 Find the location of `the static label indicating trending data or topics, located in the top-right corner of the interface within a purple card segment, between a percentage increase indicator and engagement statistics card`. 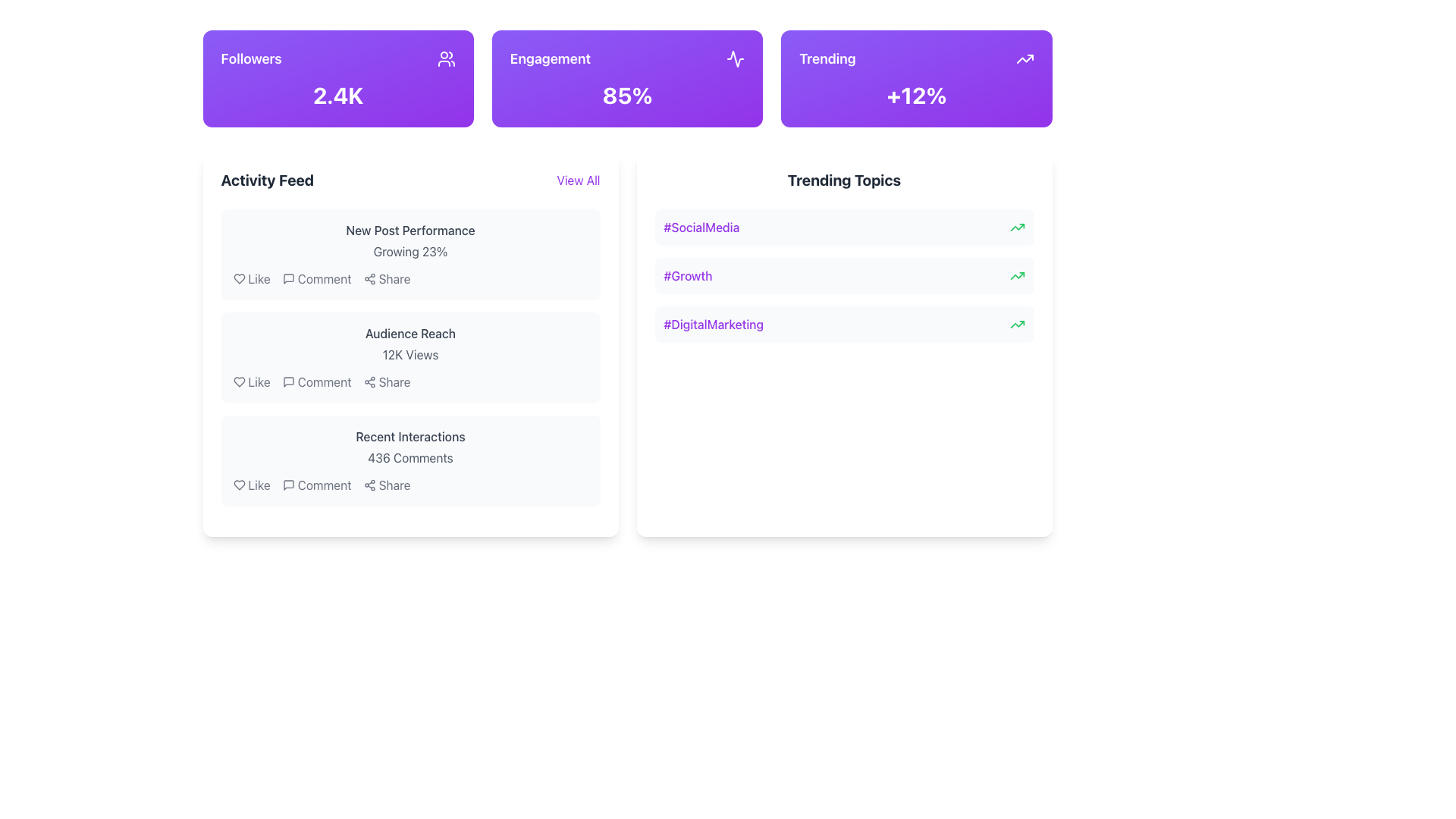

the static label indicating trending data or topics, located in the top-right corner of the interface within a purple card segment, between a percentage increase indicator and engagement statistics card is located at coordinates (827, 58).